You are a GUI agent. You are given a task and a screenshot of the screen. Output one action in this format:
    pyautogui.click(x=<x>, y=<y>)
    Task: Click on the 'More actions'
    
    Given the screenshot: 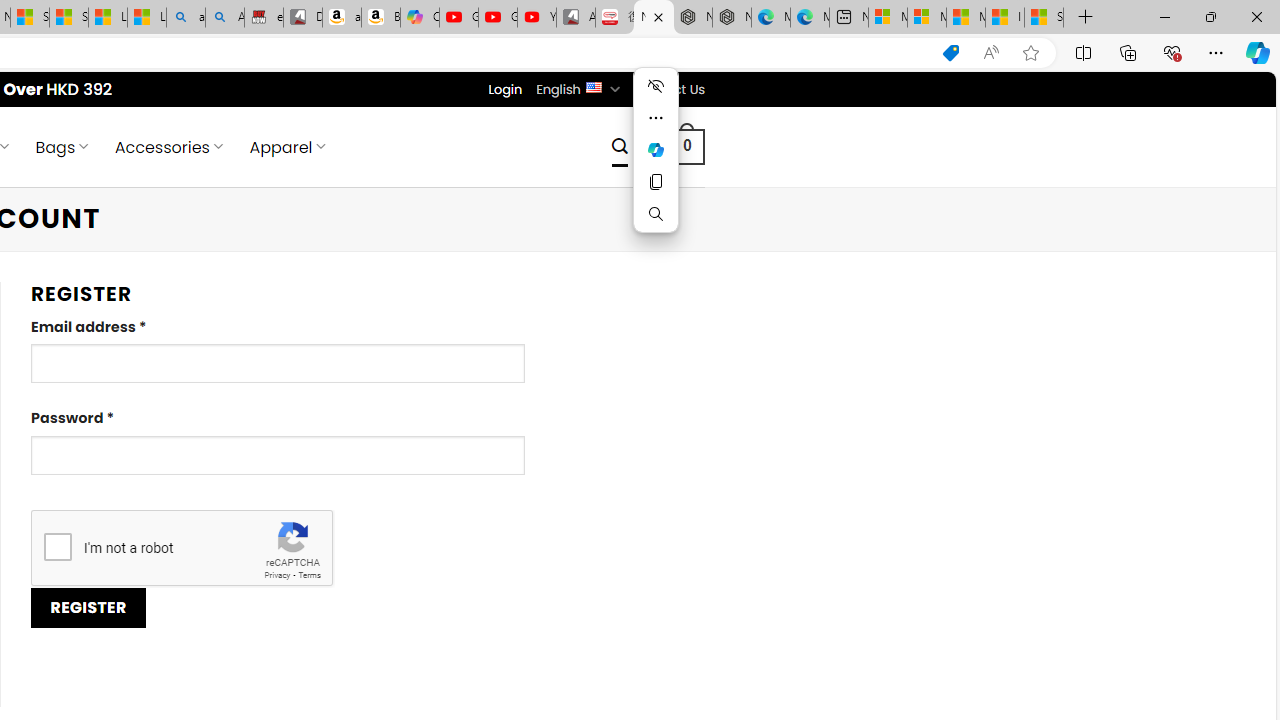 What is the action you would take?
    pyautogui.click(x=656, y=118)
    